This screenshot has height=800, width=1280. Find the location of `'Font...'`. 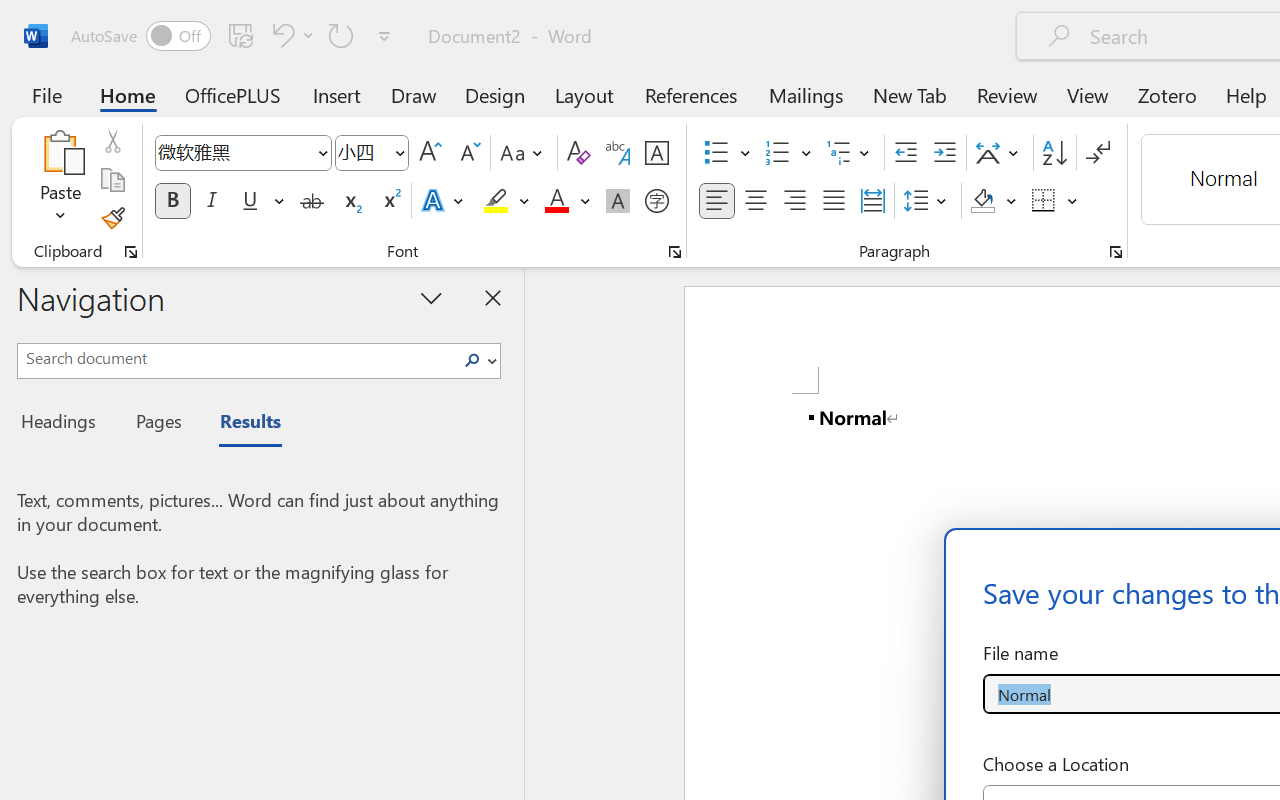

'Font...' is located at coordinates (675, 251).